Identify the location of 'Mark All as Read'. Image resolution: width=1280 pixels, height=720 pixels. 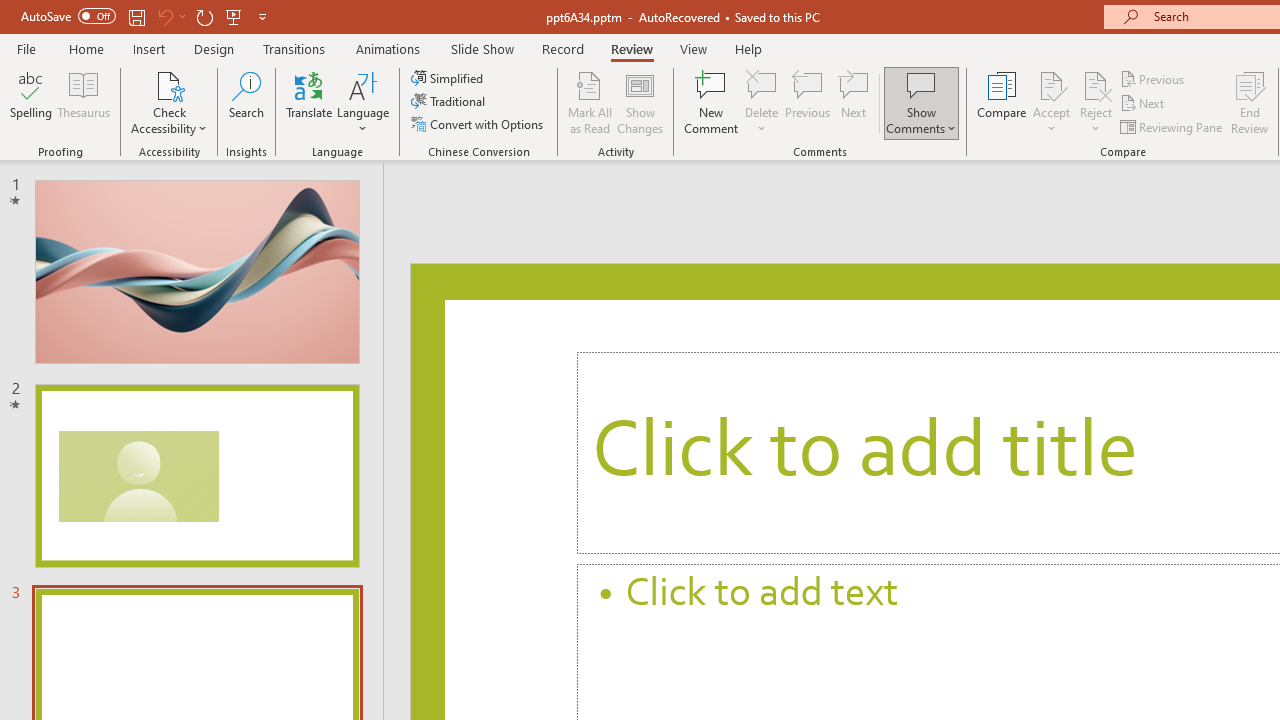
(589, 103).